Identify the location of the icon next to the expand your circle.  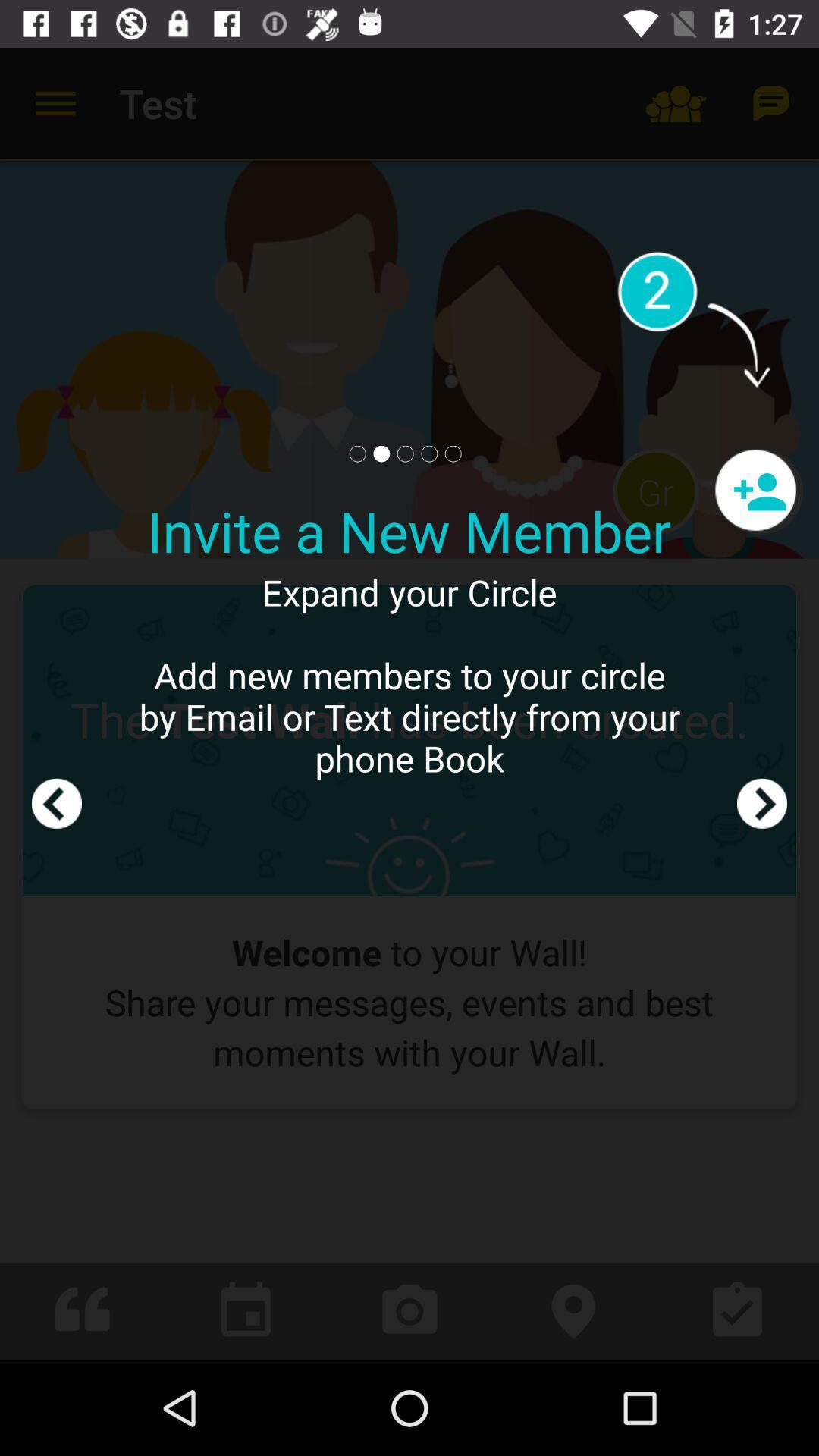
(762, 703).